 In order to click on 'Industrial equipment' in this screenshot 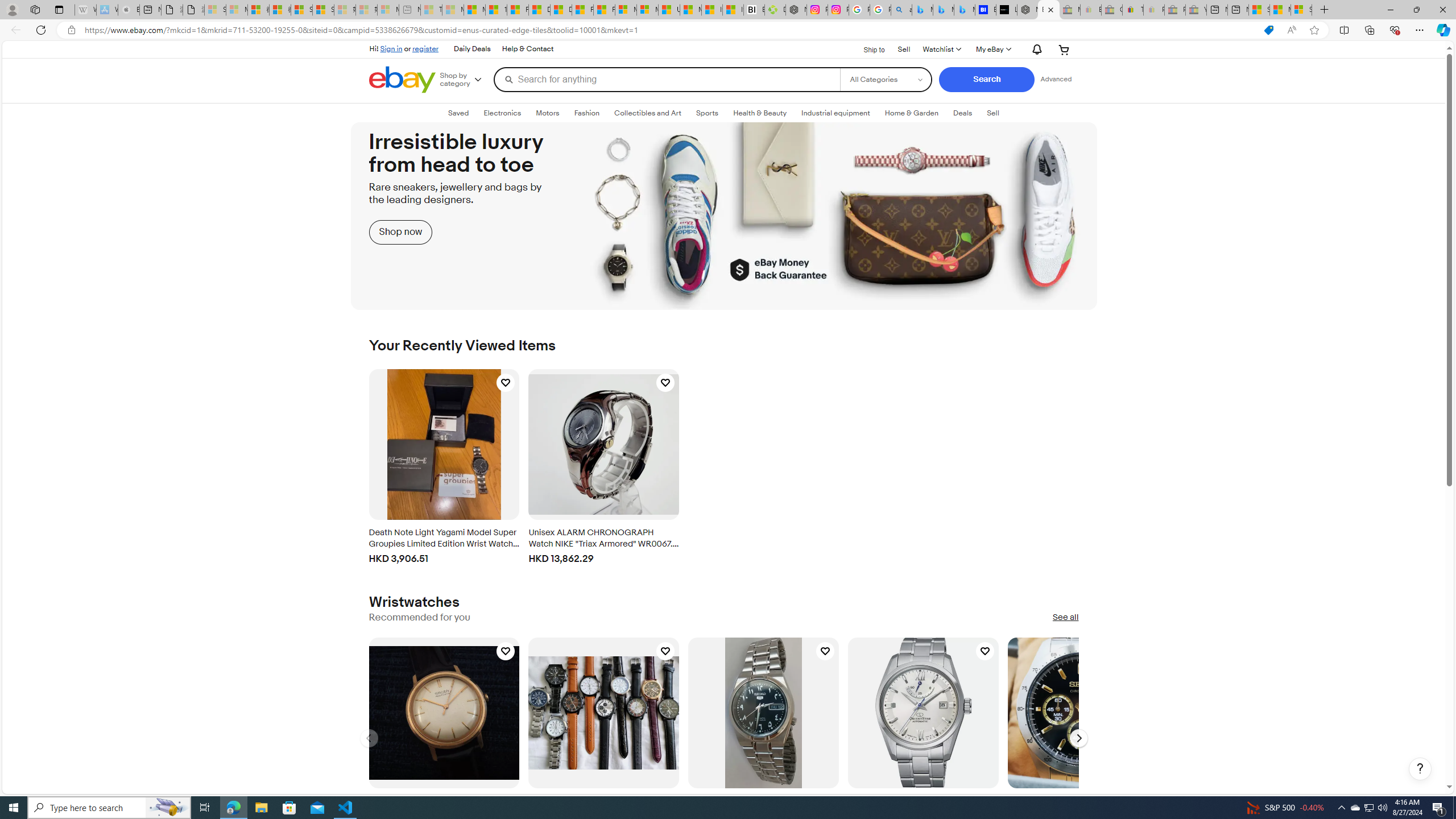, I will do `click(835, 113)`.